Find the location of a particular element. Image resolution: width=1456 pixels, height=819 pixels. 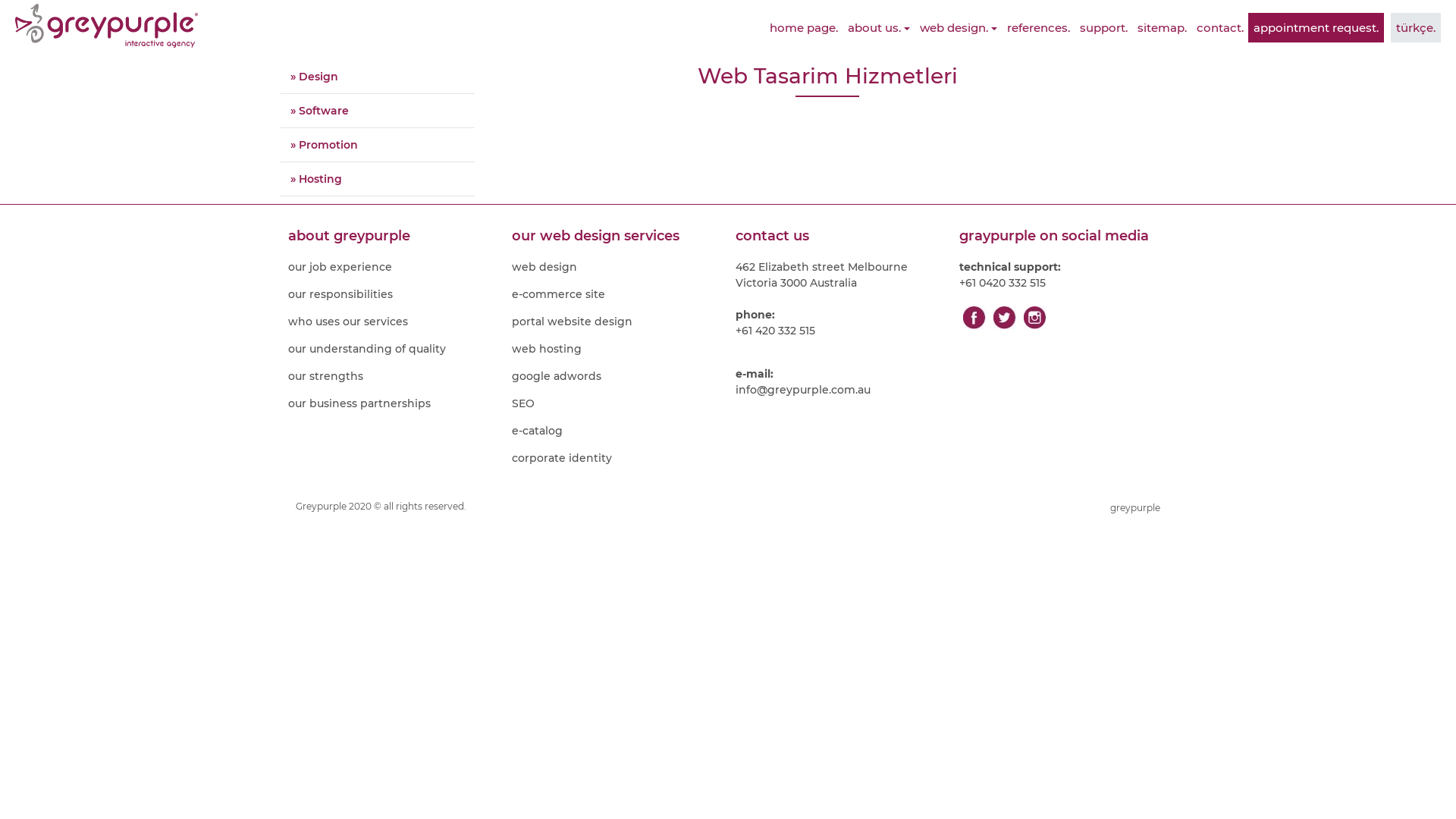

'our business partnerships' is located at coordinates (287, 403).